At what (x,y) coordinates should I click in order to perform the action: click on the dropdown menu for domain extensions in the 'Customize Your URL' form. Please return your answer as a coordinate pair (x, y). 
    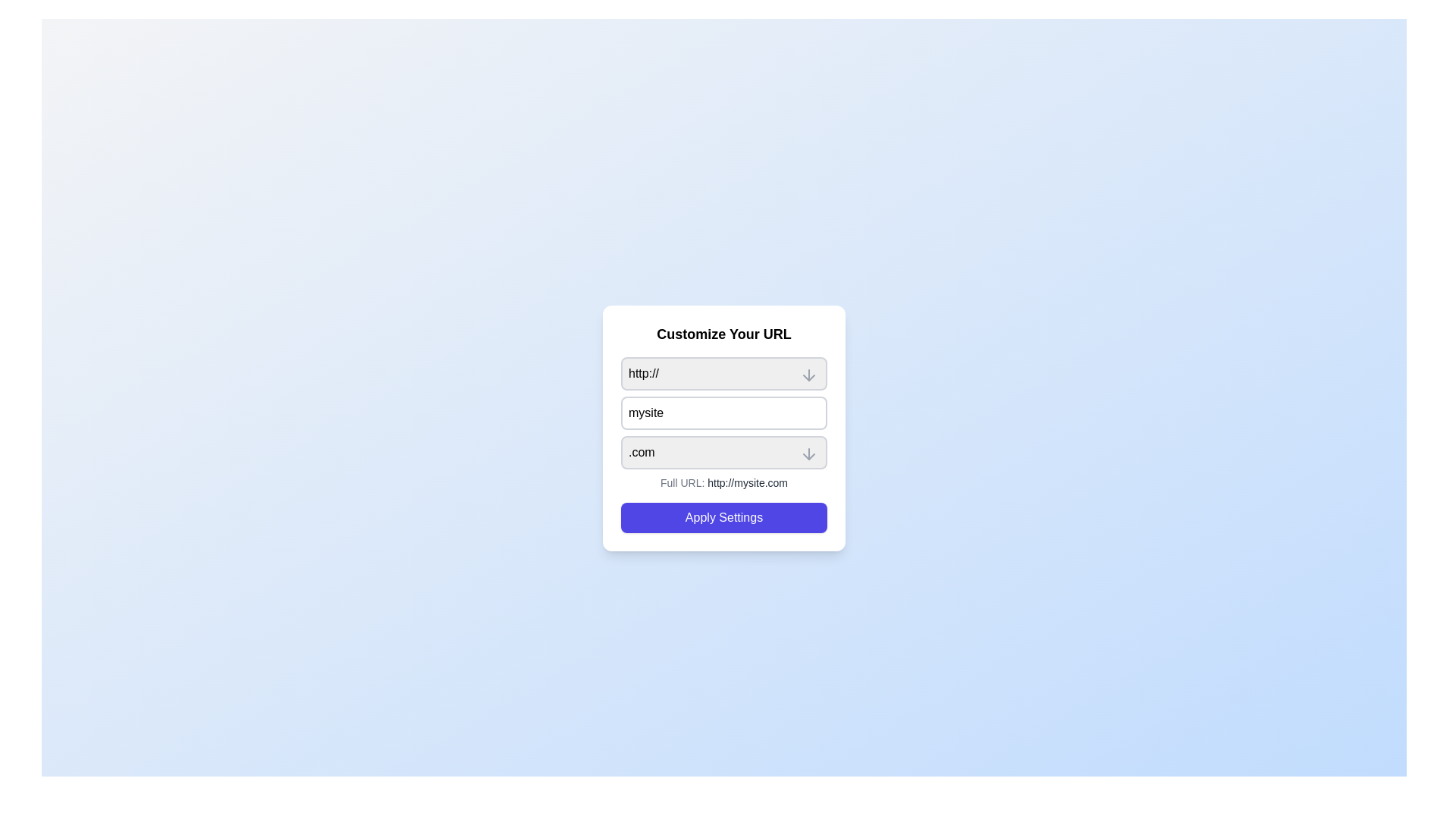
    Looking at the image, I should click on (723, 452).